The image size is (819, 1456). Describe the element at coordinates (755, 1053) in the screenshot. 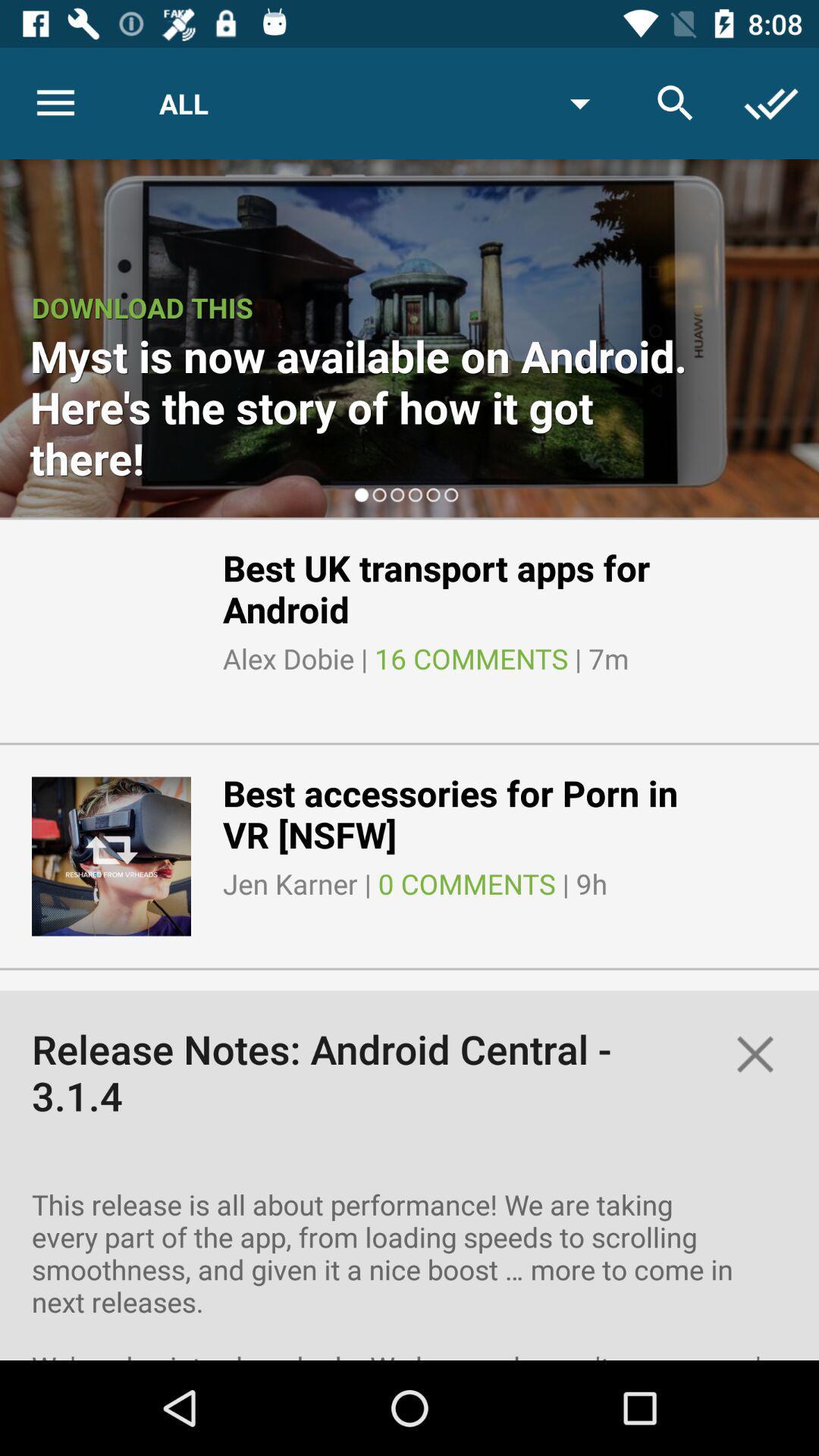

I see `the close icon` at that location.